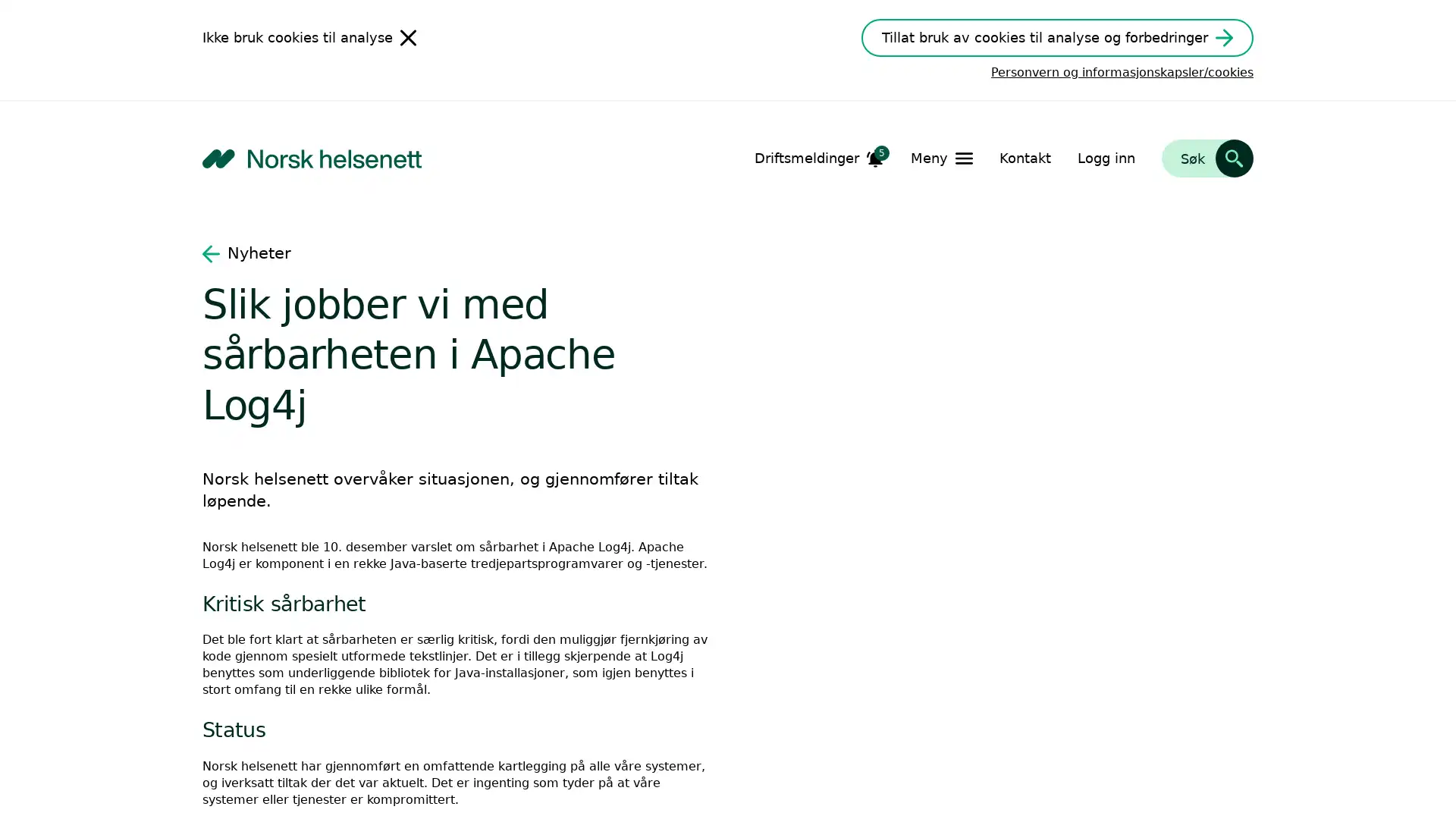  Describe the element at coordinates (941, 158) in the screenshot. I see `Apne Meny` at that location.